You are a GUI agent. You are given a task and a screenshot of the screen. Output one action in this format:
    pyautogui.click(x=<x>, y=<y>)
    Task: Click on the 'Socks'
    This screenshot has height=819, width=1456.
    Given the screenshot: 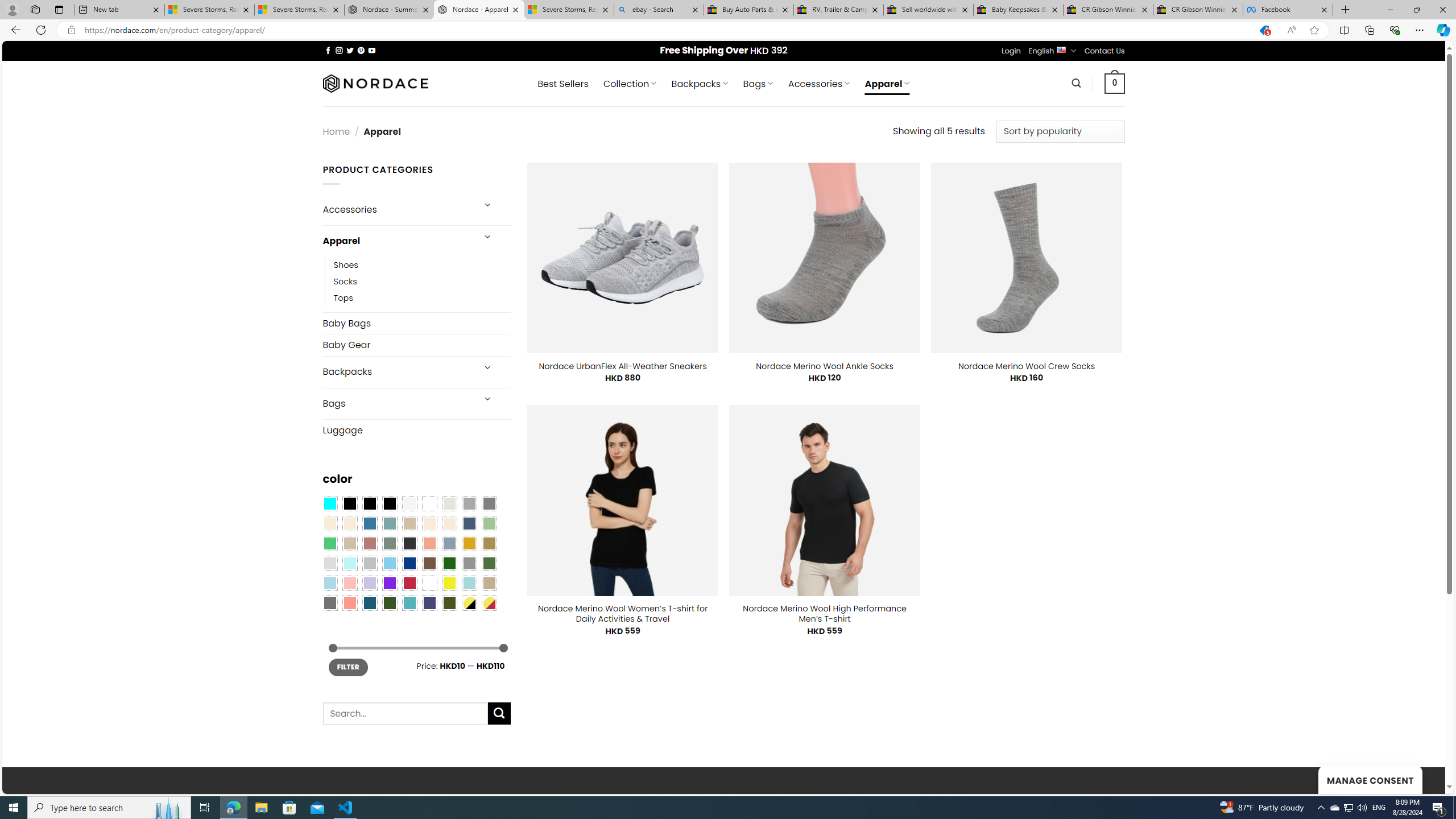 What is the action you would take?
    pyautogui.click(x=421, y=281)
    